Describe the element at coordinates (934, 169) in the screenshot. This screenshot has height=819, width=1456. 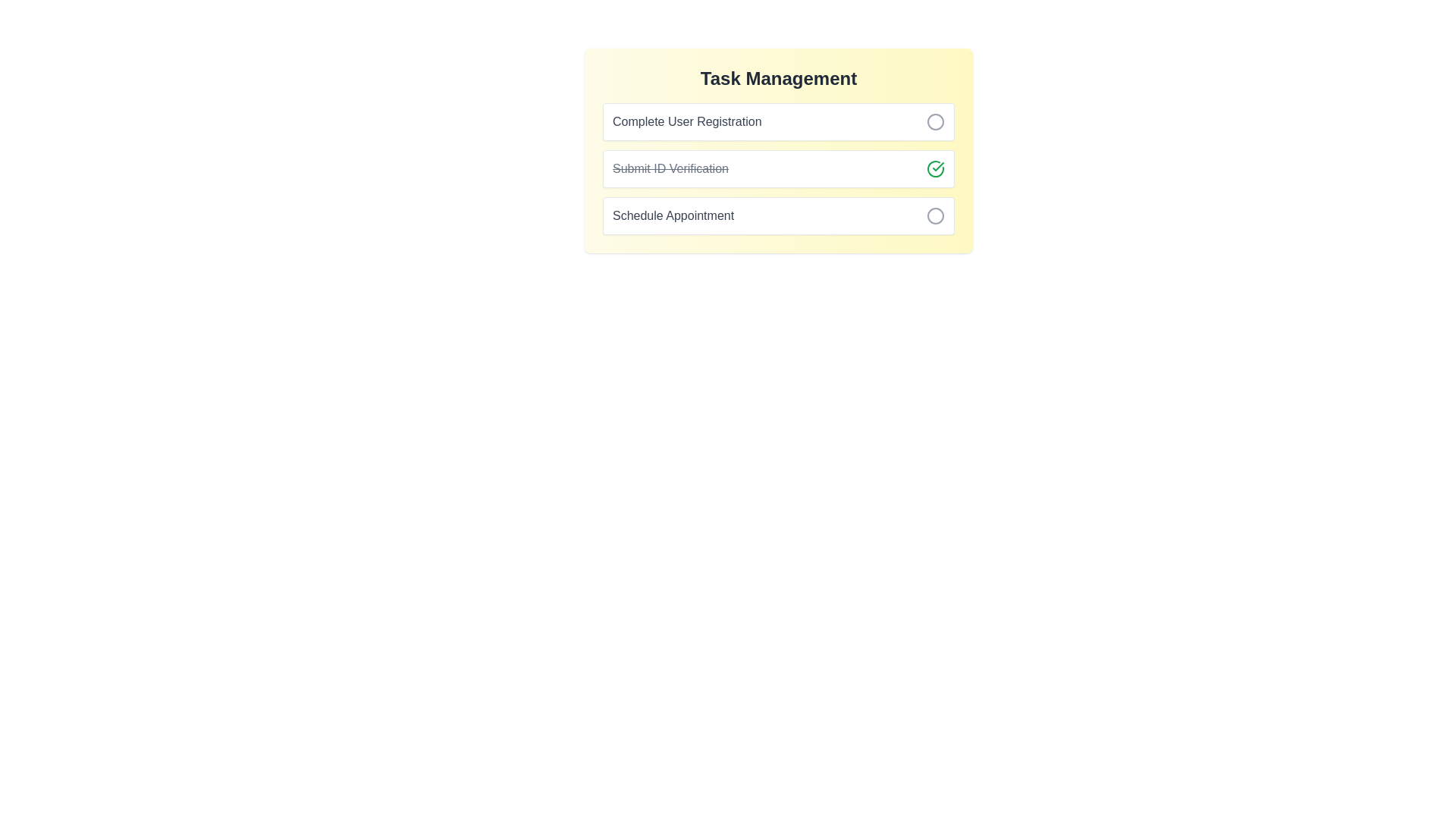
I see `the green outlined checkmark graphical icon located to the right of the 'Submit ID Verification' text in the 'Task Management' list, which signifies a completed action` at that location.